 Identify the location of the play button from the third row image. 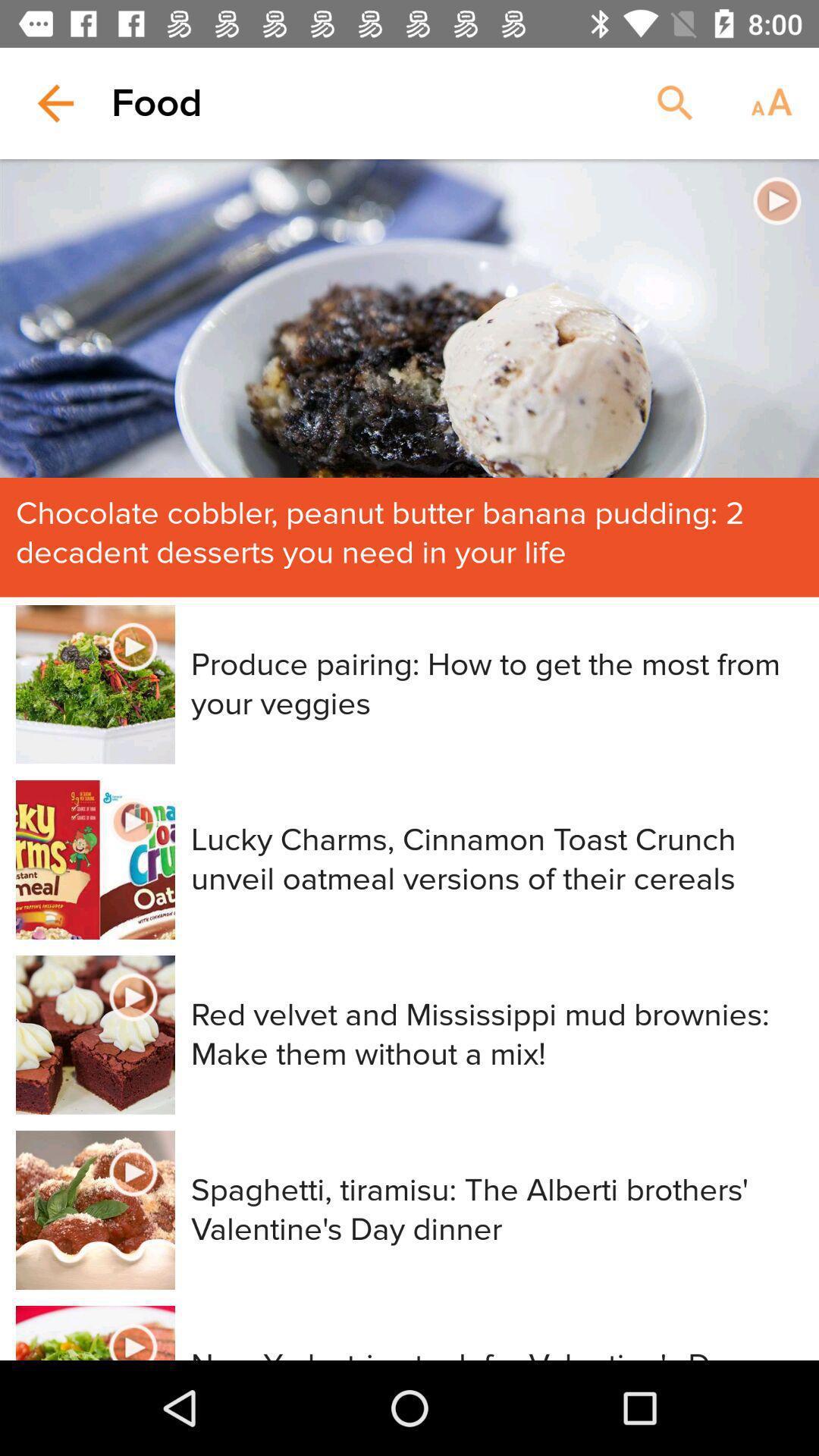
(133, 997).